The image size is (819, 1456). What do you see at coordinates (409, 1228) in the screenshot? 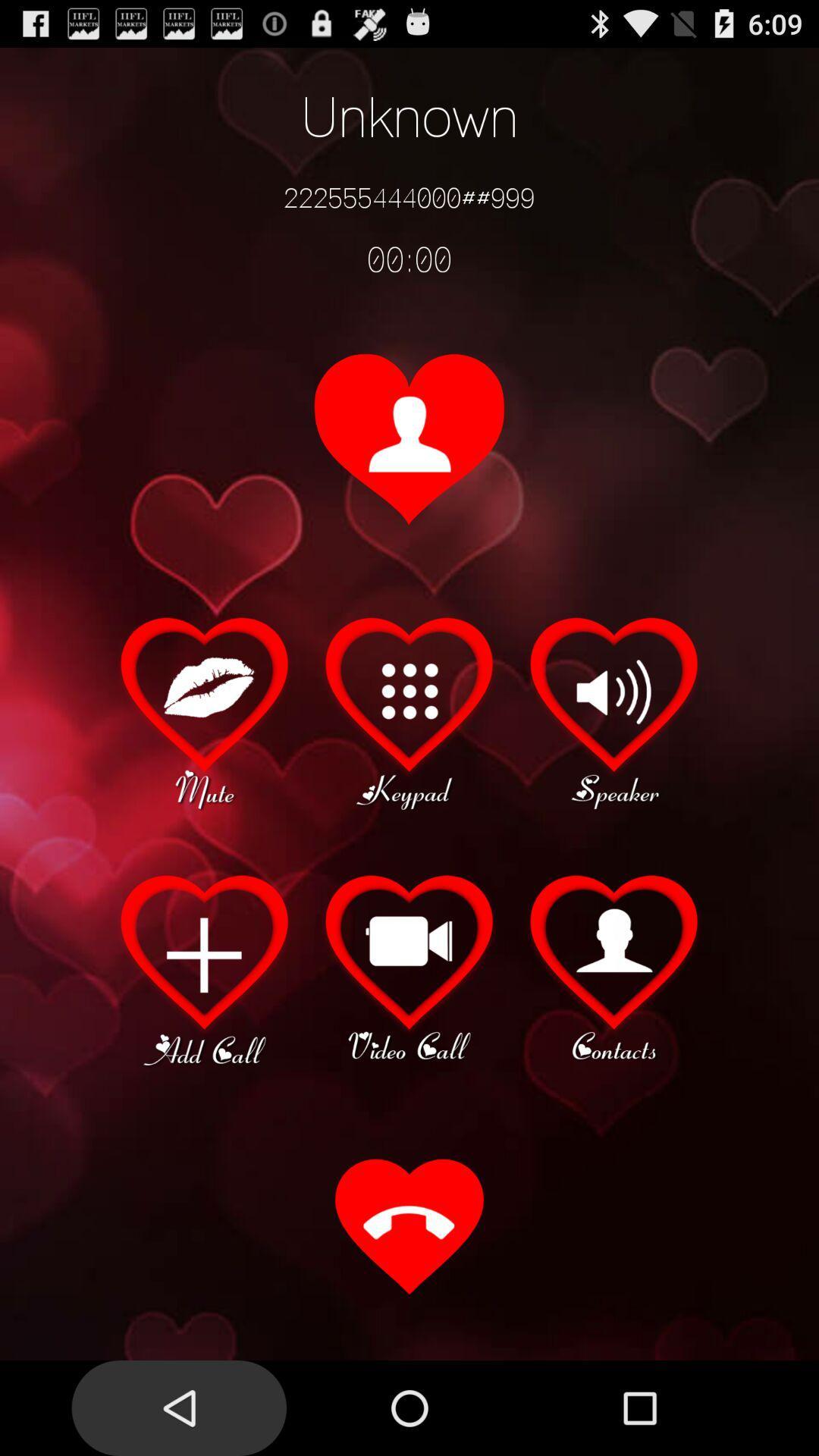
I see `call` at bounding box center [409, 1228].